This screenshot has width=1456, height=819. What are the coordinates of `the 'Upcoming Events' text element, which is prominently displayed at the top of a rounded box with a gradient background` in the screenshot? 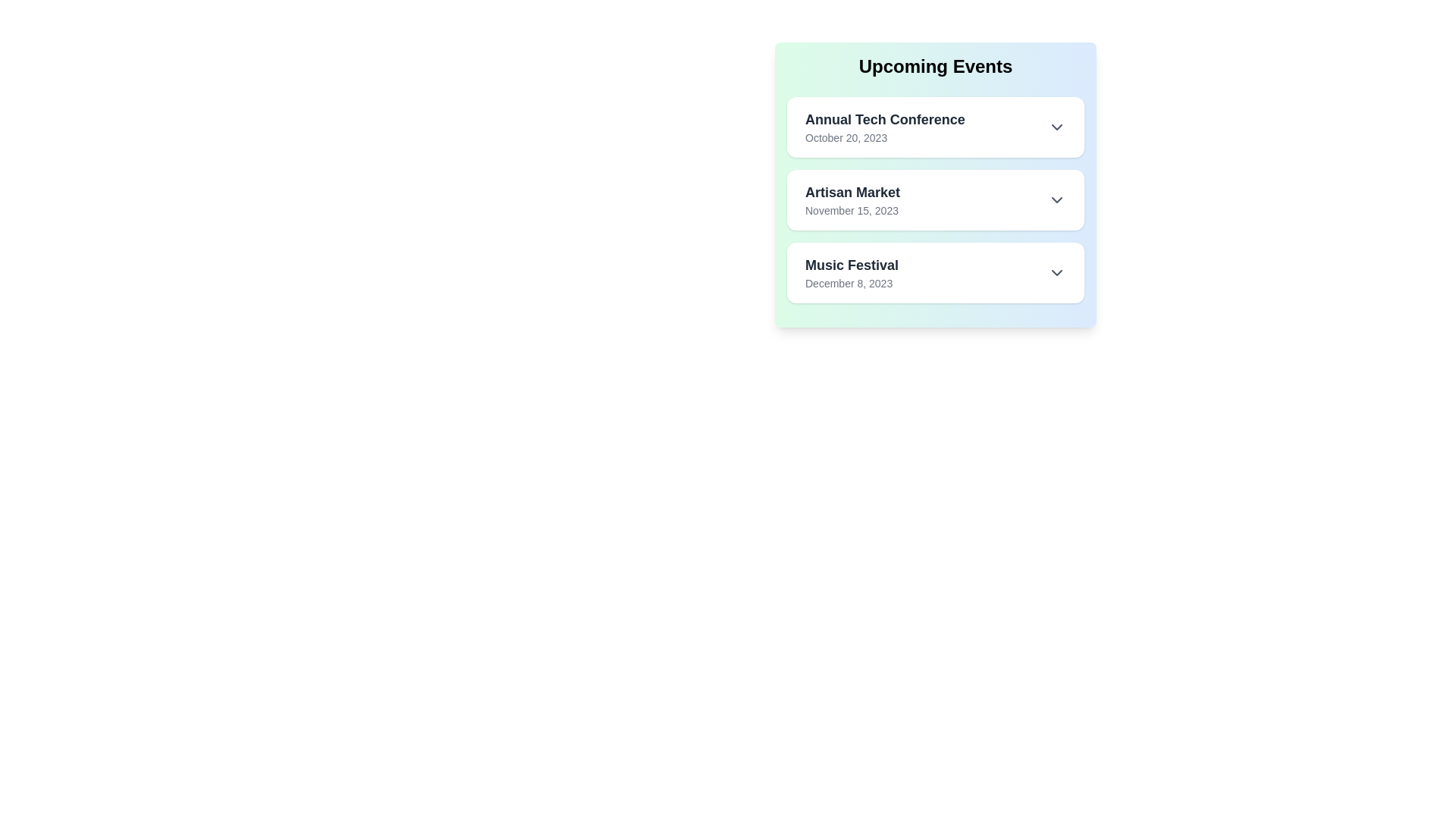 It's located at (934, 66).